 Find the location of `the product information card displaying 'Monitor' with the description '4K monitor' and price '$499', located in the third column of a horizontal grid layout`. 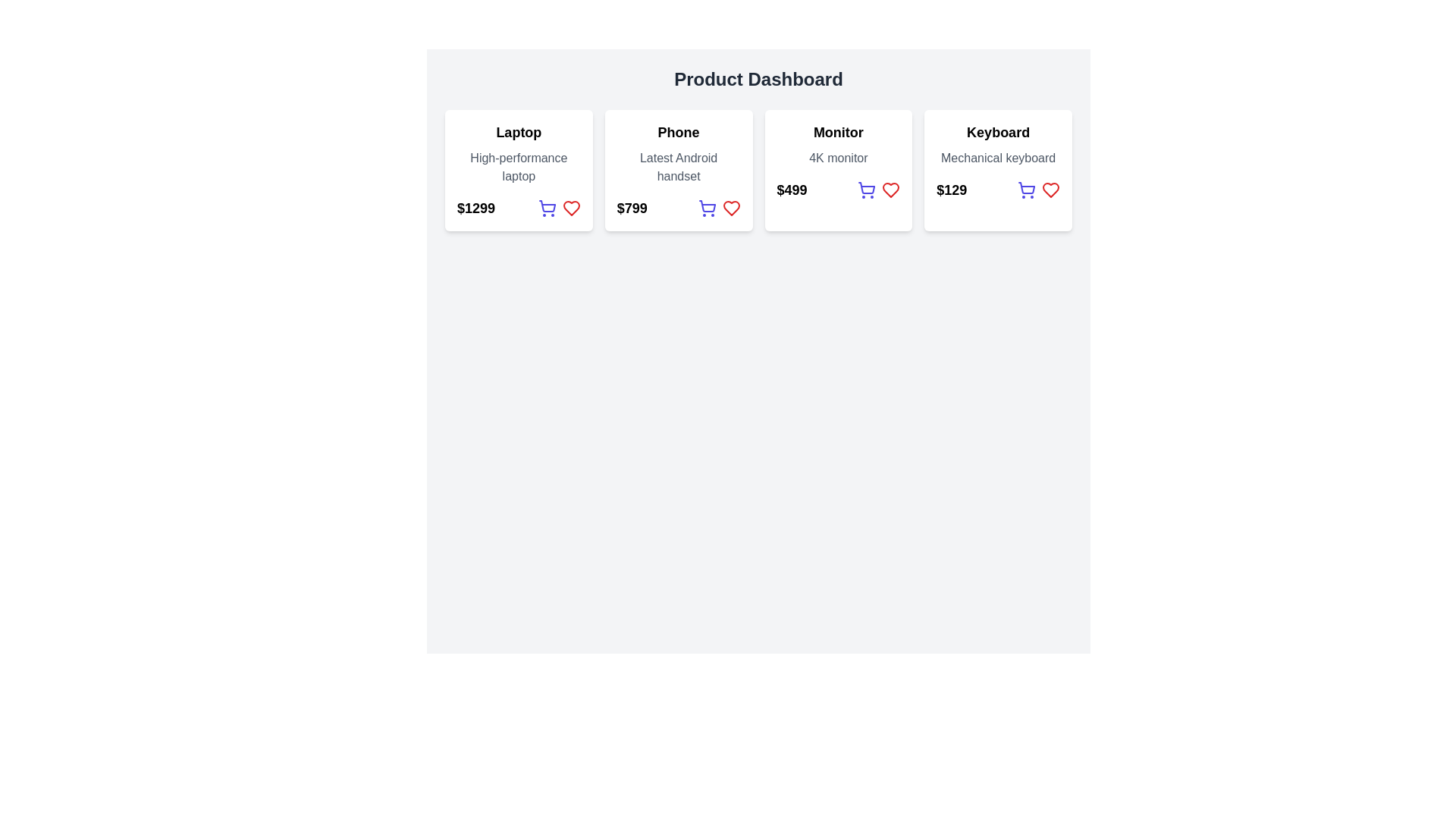

the product information card displaying 'Monitor' with the description '4K monitor' and price '$499', located in the third column of a horizontal grid layout is located at coordinates (837, 170).